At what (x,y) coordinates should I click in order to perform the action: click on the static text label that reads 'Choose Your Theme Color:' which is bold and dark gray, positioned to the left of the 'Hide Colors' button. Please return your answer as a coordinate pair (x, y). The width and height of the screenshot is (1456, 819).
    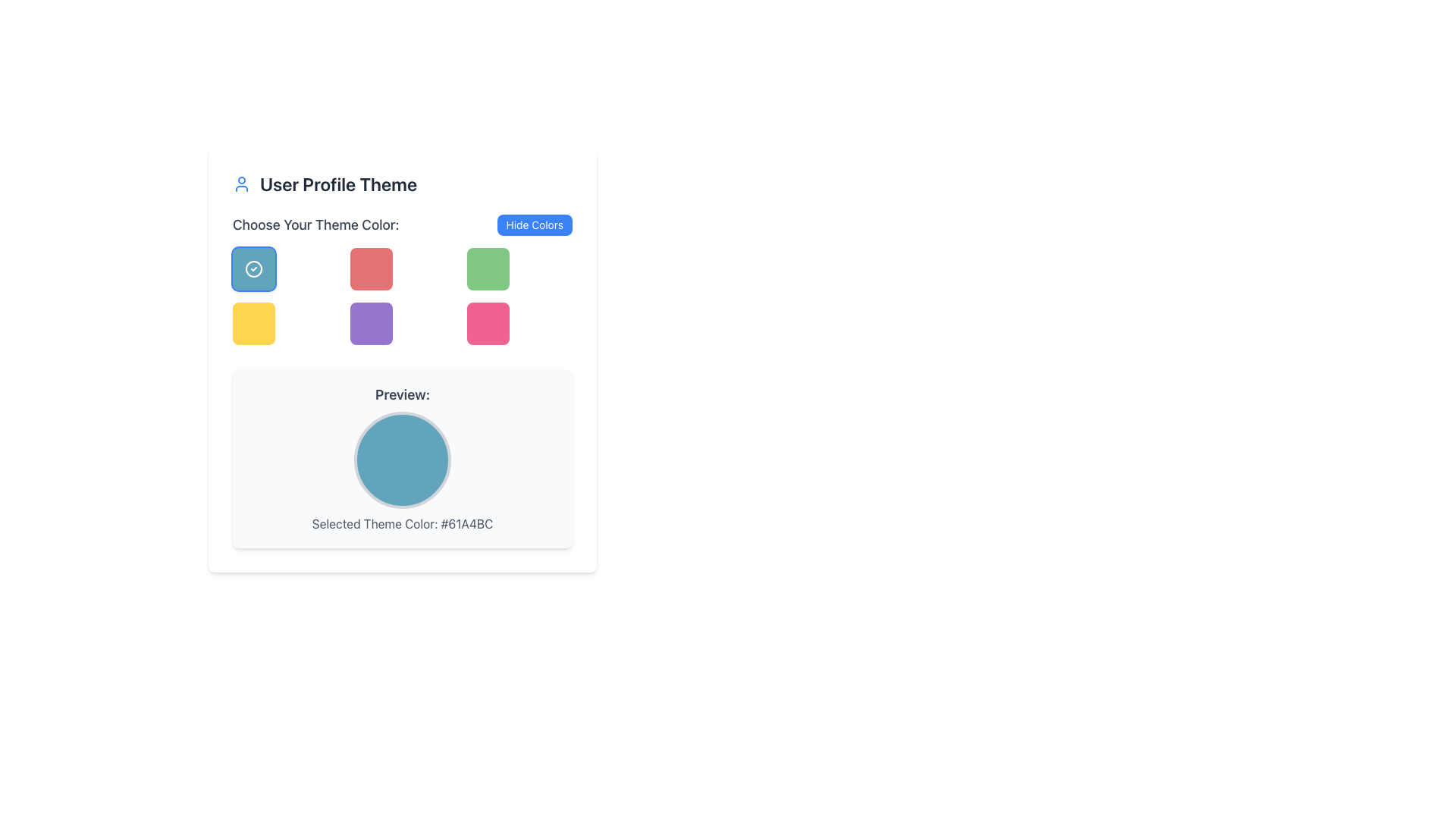
    Looking at the image, I should click on (315, 225).